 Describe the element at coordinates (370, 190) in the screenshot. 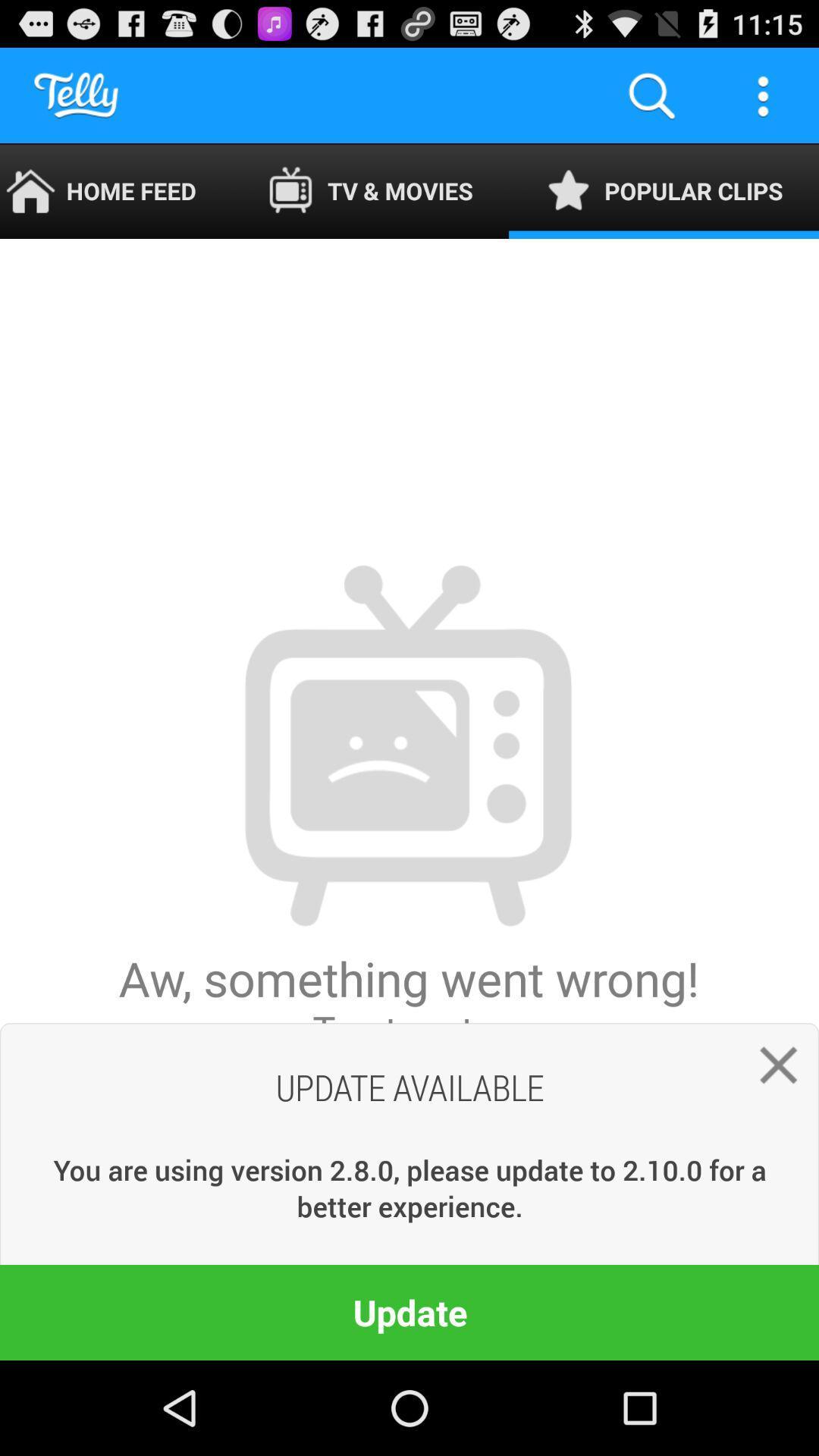

I see `the item to the left of the popular clips` at that location.